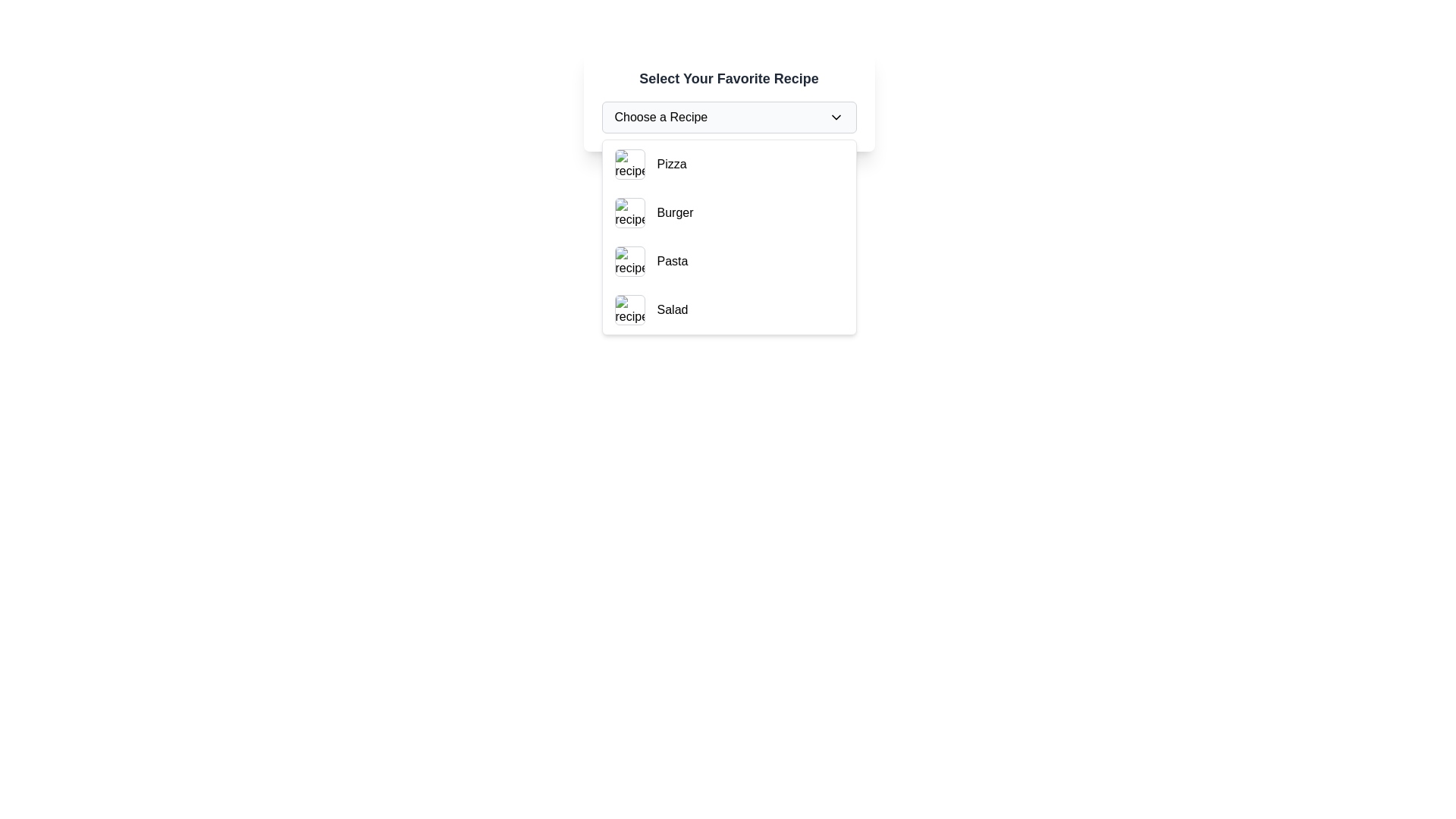  What do you see at coordinates (672, 260) in the screenshot?
I see `the 'Pasta' option in the dropdown menu` at bounding box center [672, 260].